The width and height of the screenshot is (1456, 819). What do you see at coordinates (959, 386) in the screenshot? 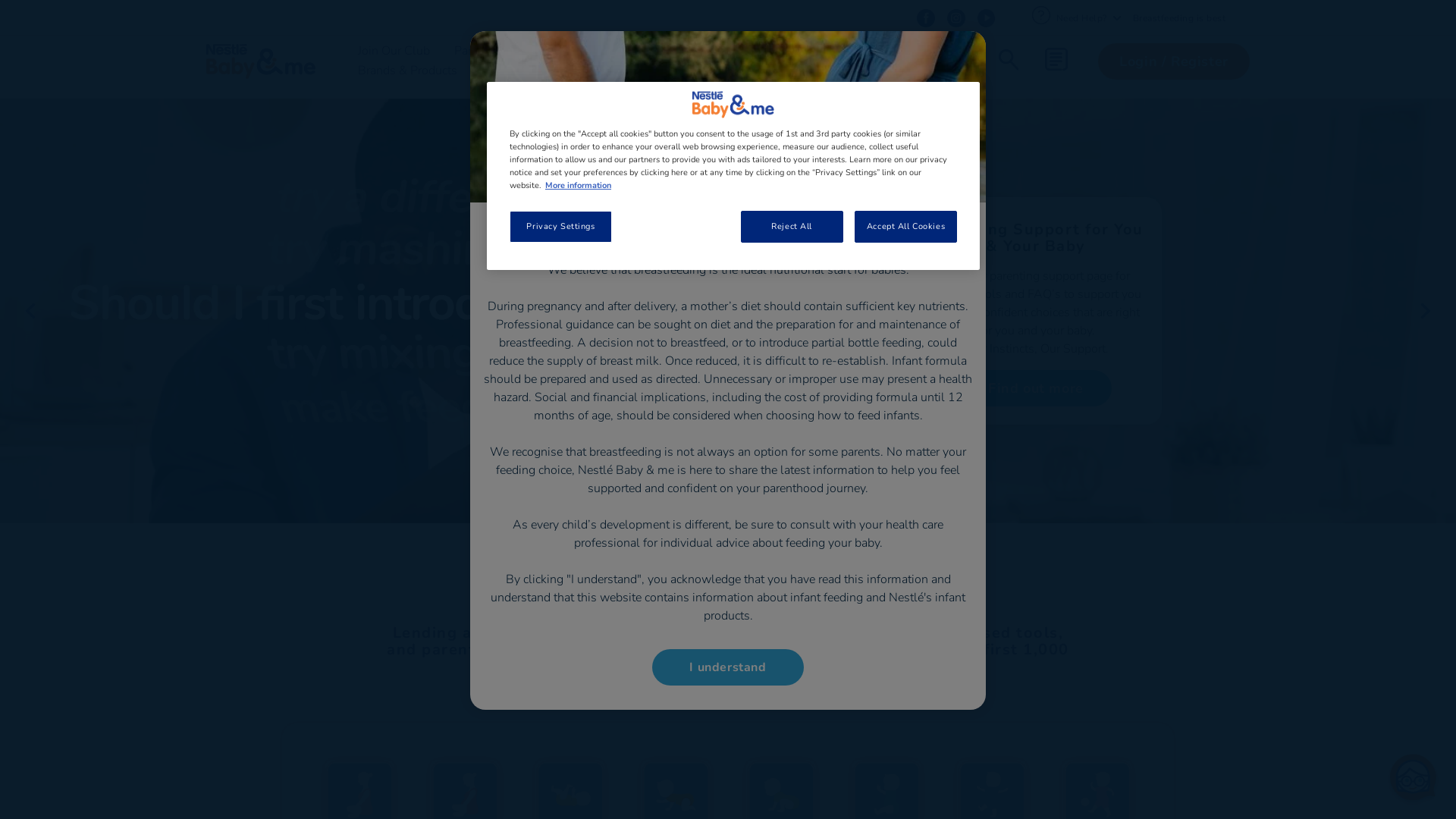
I see `'Take a spin'` at bounding box center [959, 386].